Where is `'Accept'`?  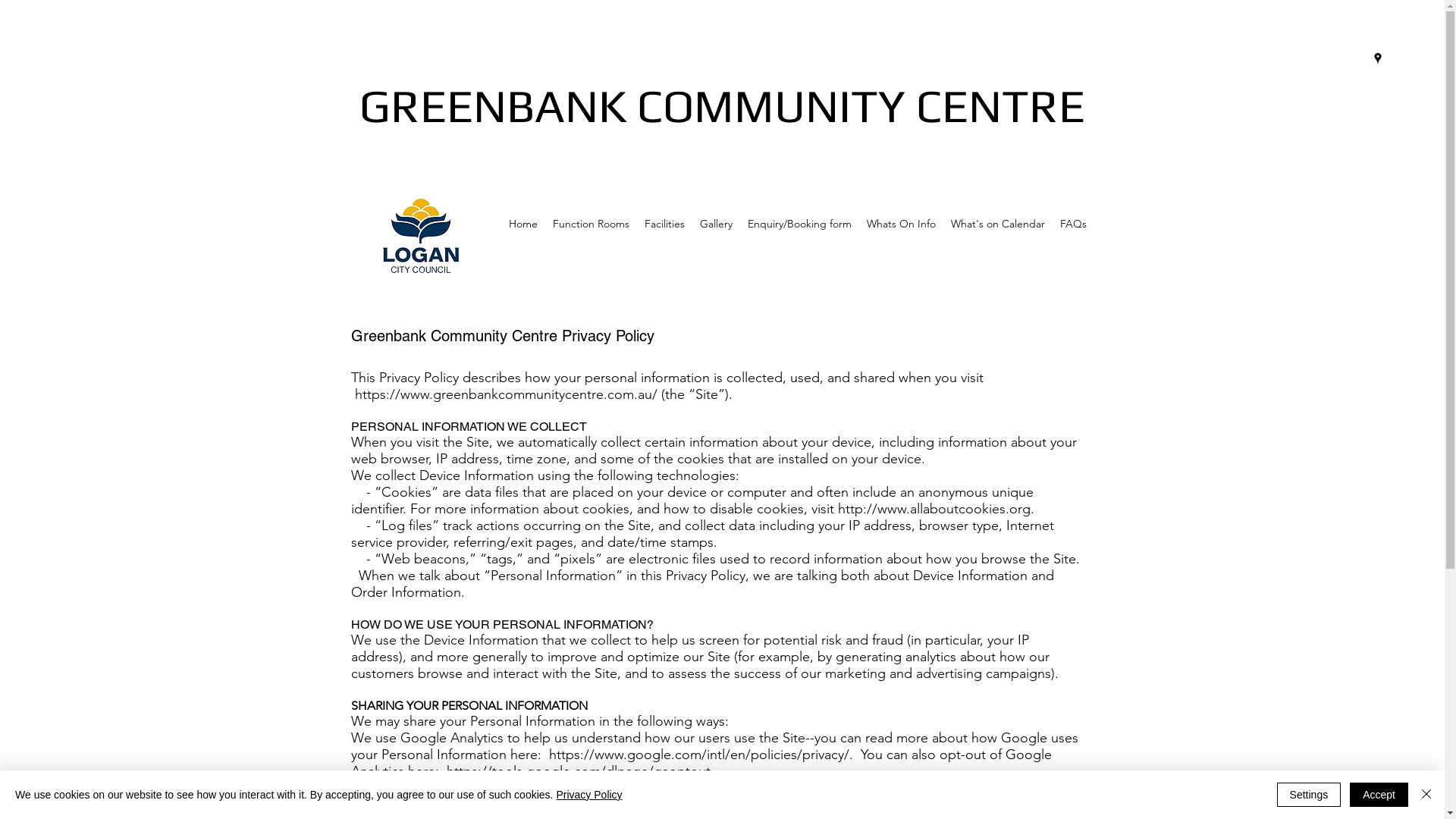 'Accept' is located at coordinates (1379, 794).